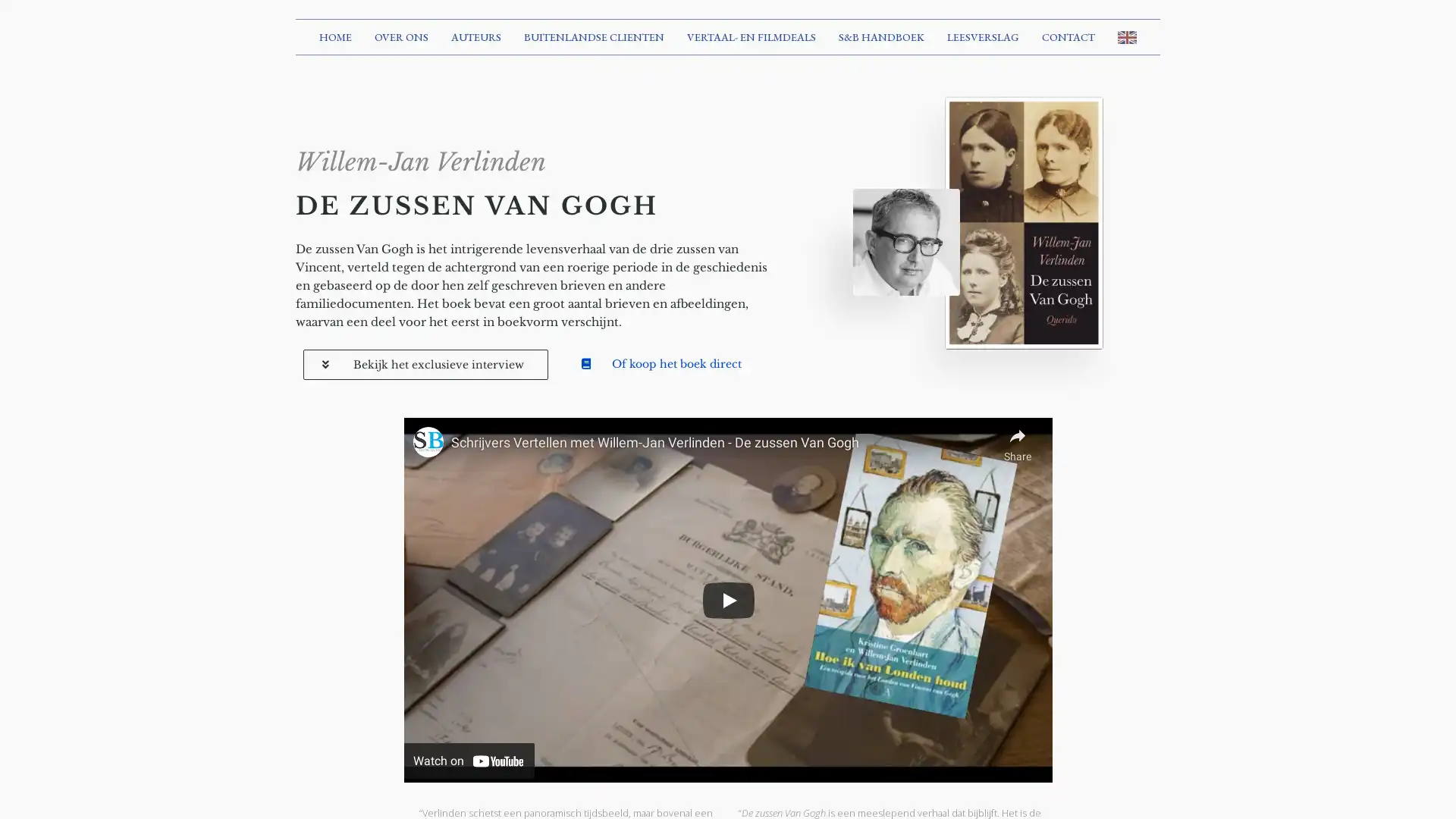 The width and height of the screenshot is (1456, 819). I want to click on Of koop het boek direct, so click(662, 363).